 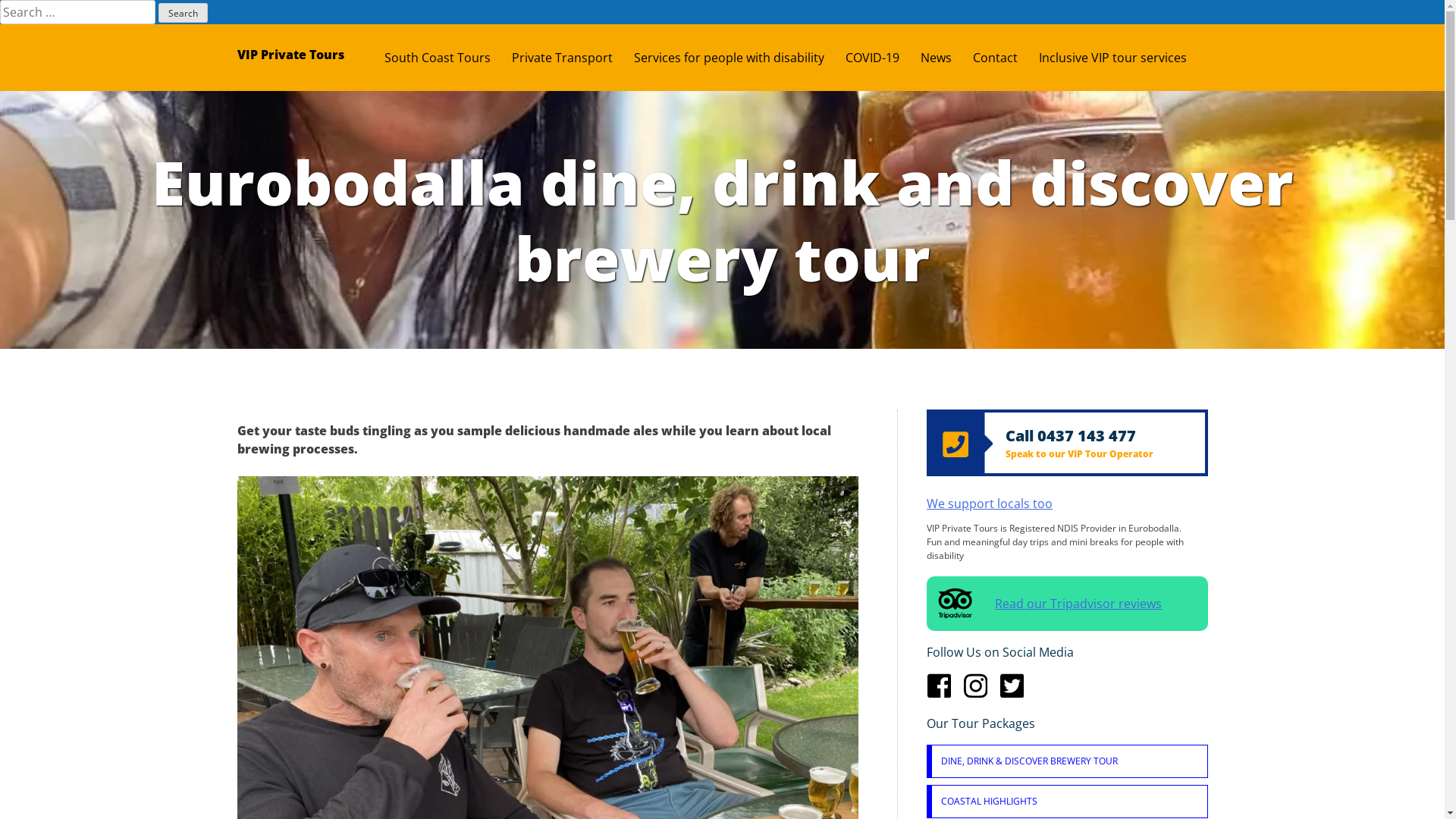 What do you see at coordinates (1068, 800) in the screenshot?
I see `'COASTAL HIGHLIGHTS'` at bounding box center [1068, 800].